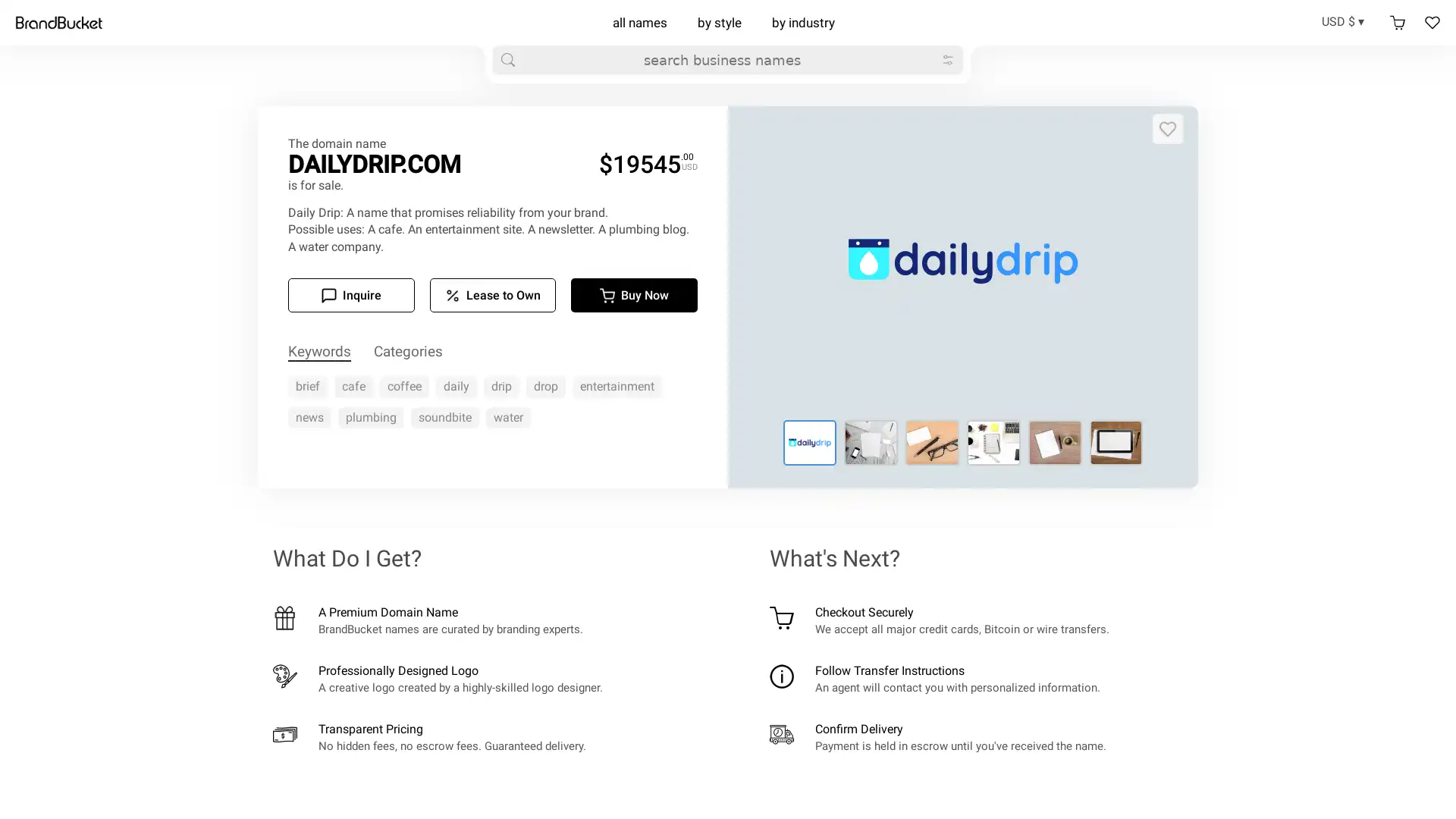 This screenshot has height=819, width=1456. Describe the element at coordinates (993, 442) in the screenshot. I see `Logo for dailydrip.com` at that location.